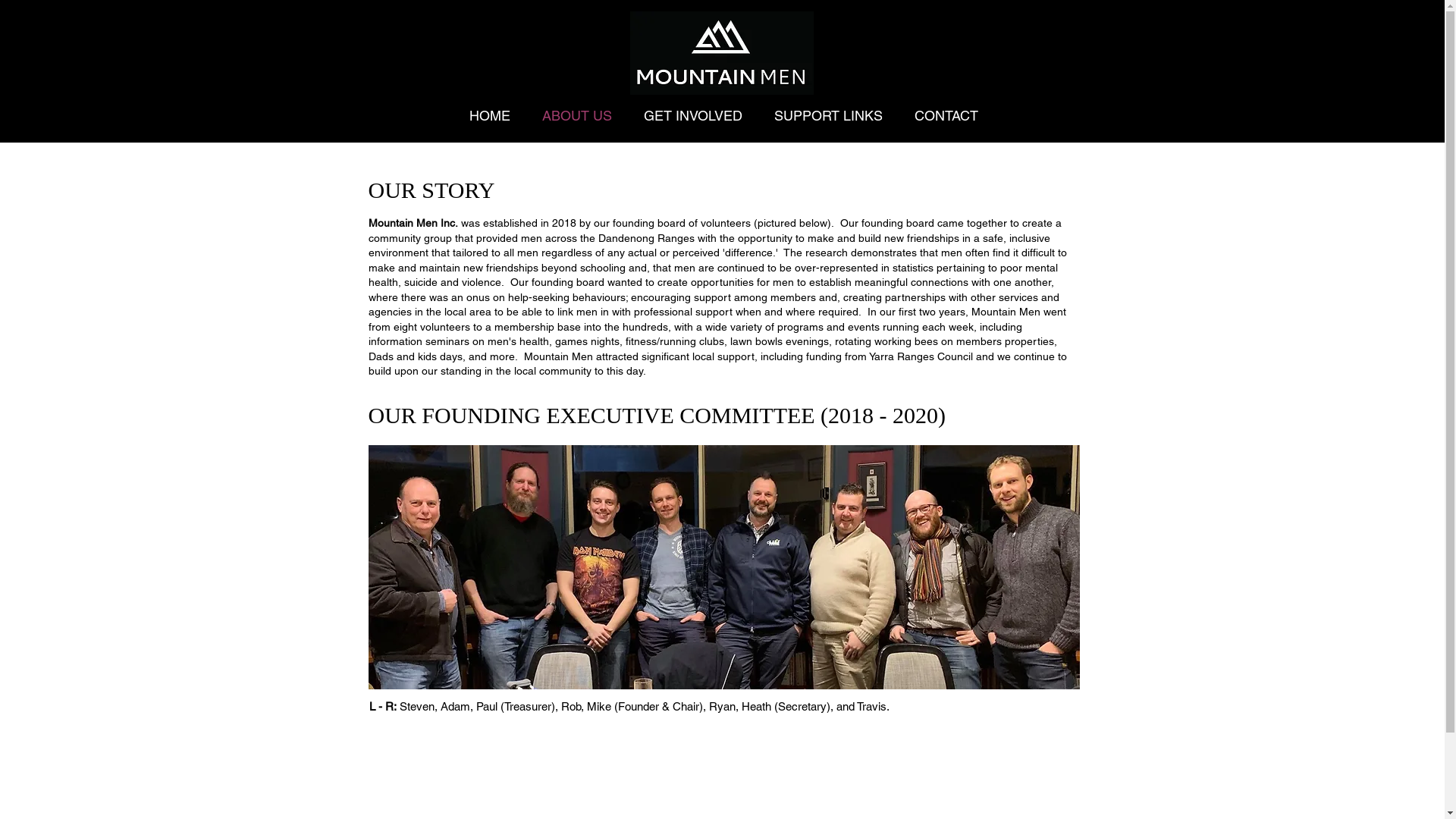 The height and width of the screenshot is (819, 1456). What do you see at coordinates (628, 115) in the screenshot?
I see `'GET INVOLVED'` at bounding box center [628, 115].